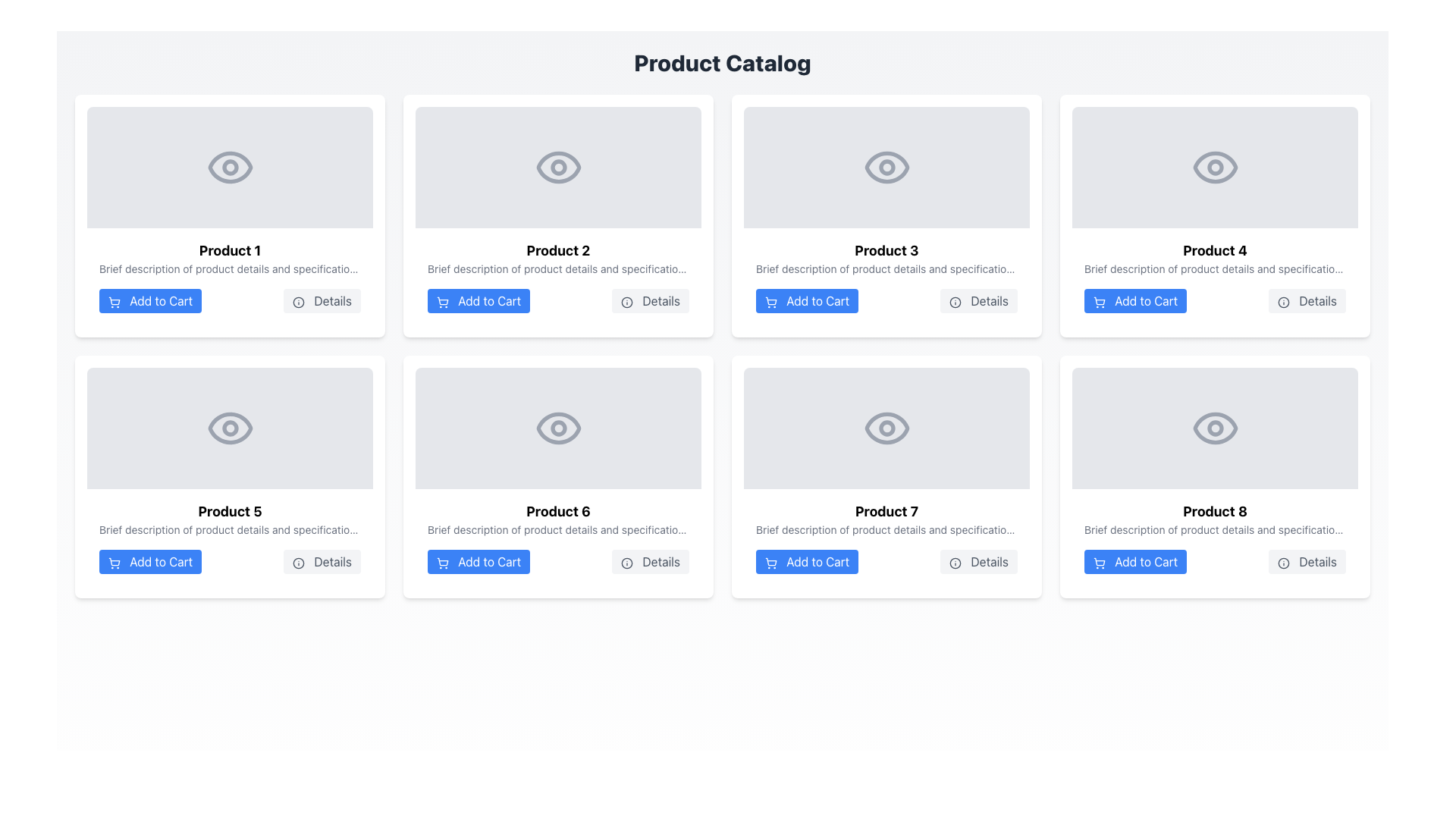 The height and width of the screenshot is (819, 1456). I want to click on the Image Placeholder at the top section of the fourth card in the grid layout, which has a light gray background and an eye icon, so click(1215, 167).